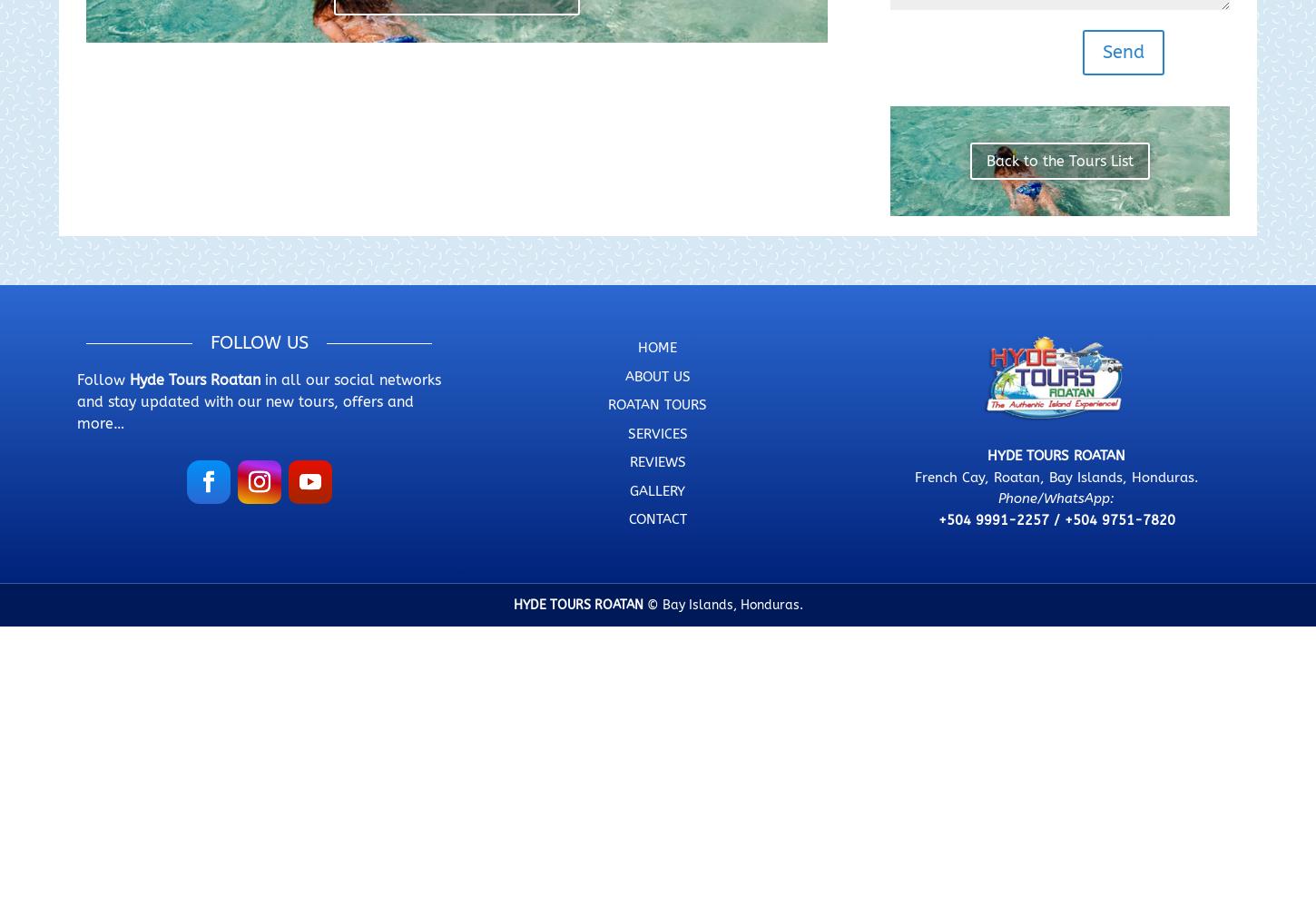 Image resolution: width=1316 pixels, height=908 pixels. I want to click on 'Phone/WhatsApp:', so click(997, 498).